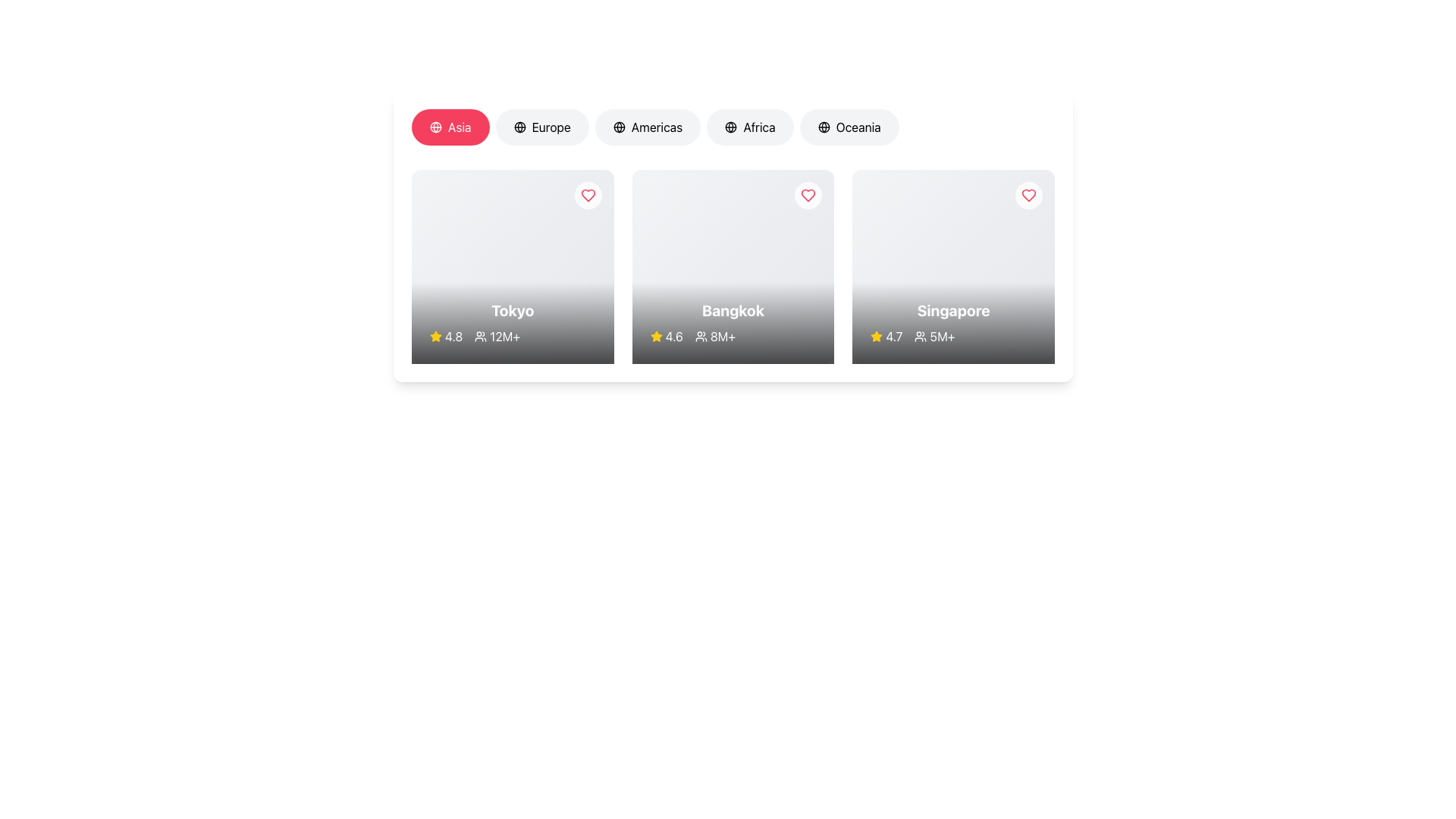 This screenshot has height=819, width=1456. What do you see at coordinates (952, 335) in the screenshot?
I see `the statistical display showing '5M+' users, located at the bottom-right of the 'Singapore' card, next to the rating number and star icon` at bounding box center [952, 335].